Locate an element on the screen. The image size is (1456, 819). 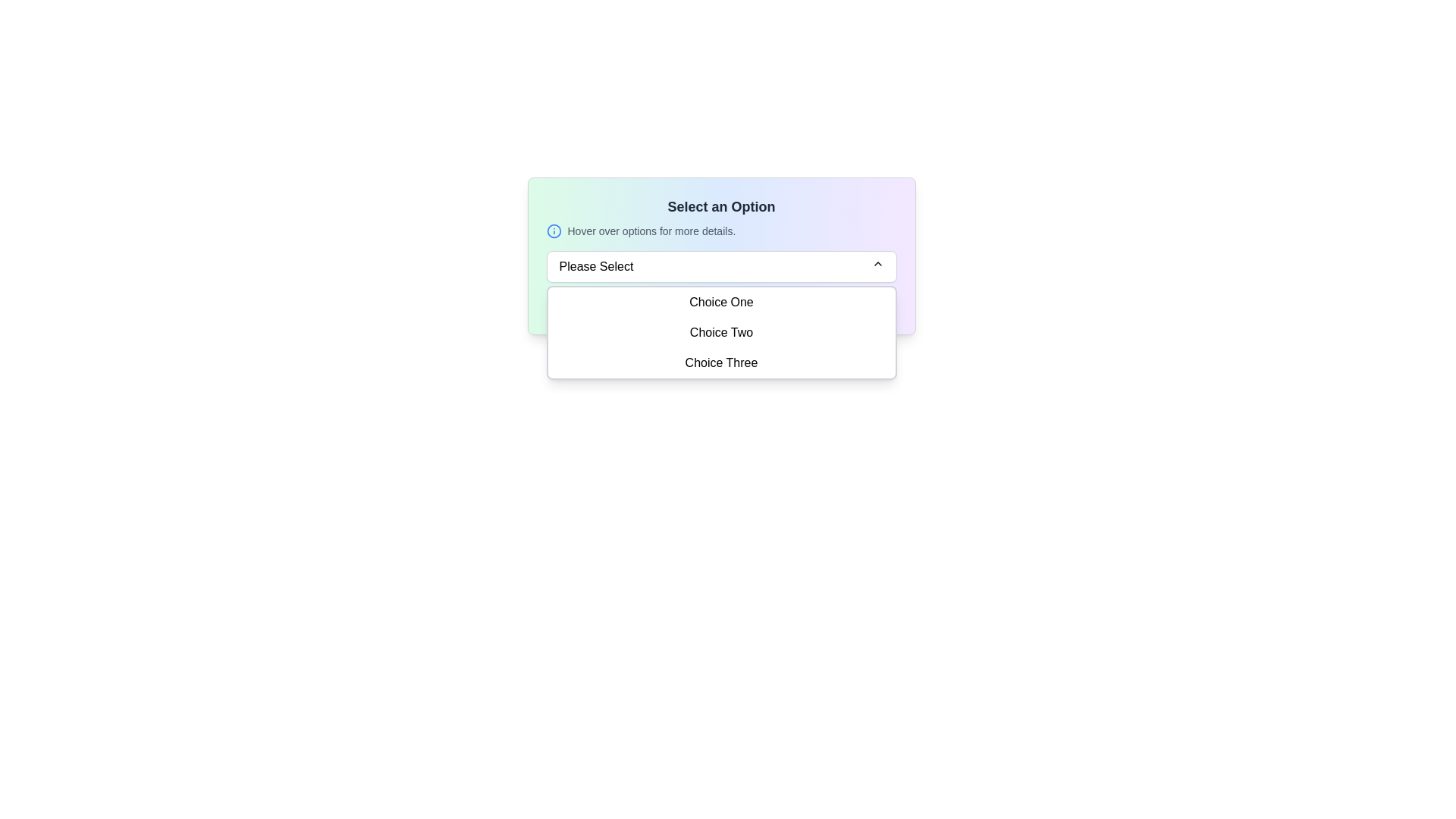
the upward-pointing chevron icon located on the right edge of the 'Please Select' dropdown button is located at coordinates (877, 262).